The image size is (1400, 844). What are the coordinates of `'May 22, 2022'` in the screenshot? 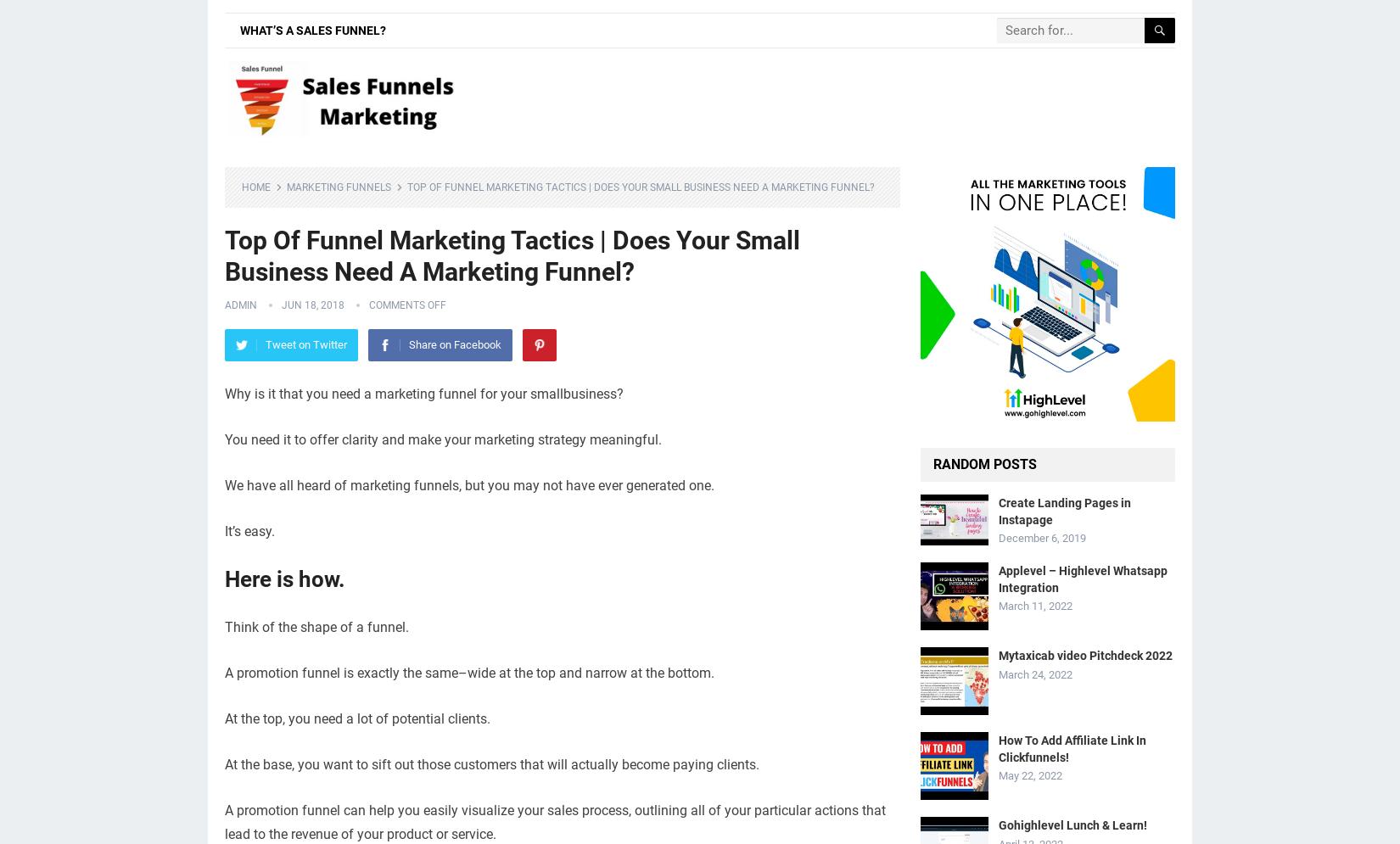 It's located at (1030, 774).